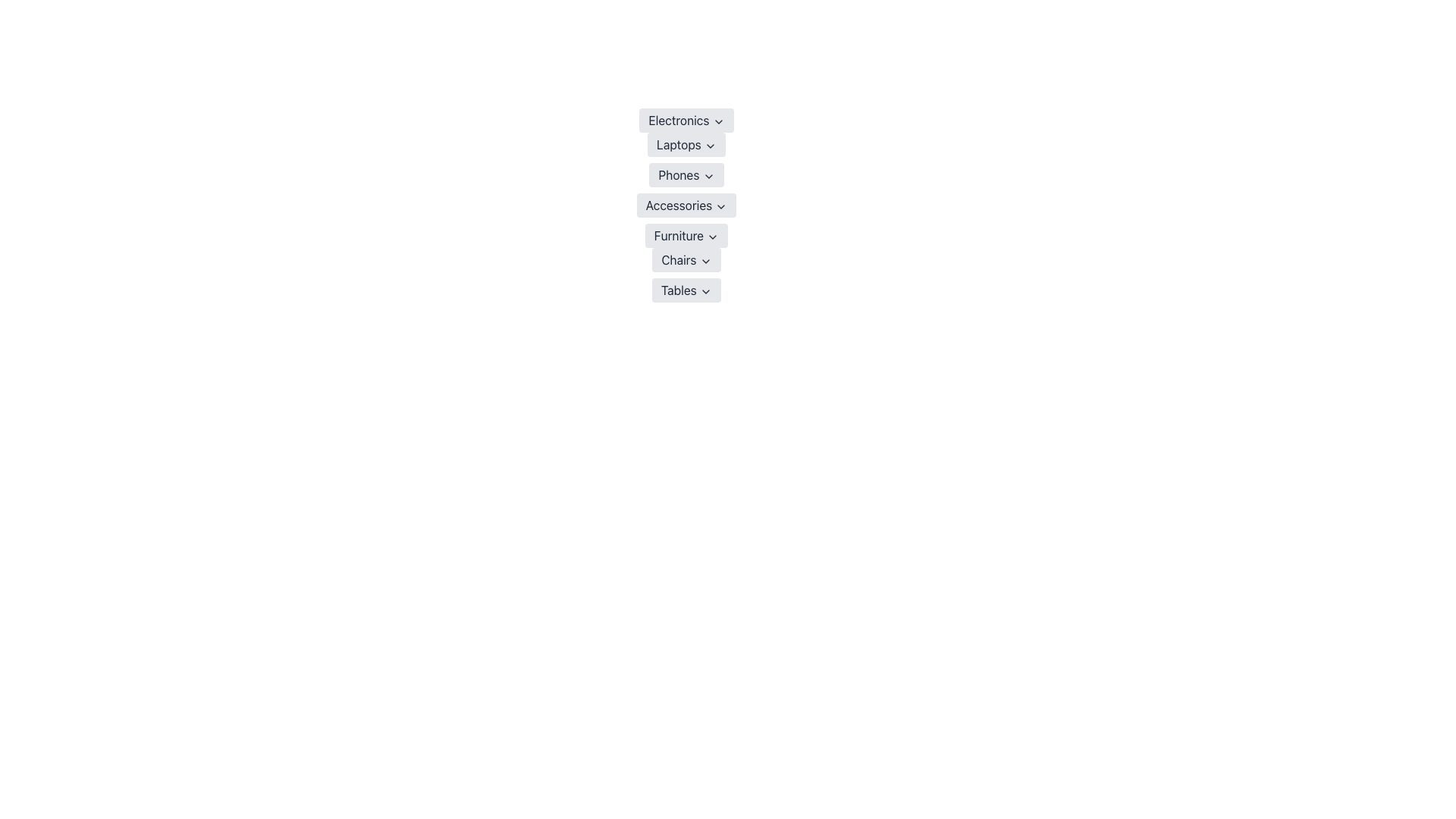 This screenshot has width=1456, height=819. What do you see at coordinates (686, 236) in the screenshot?
I see `the 'Furniture' dropdown button, which has a light gray background and darker gray text` at bounding box center [686, 236].